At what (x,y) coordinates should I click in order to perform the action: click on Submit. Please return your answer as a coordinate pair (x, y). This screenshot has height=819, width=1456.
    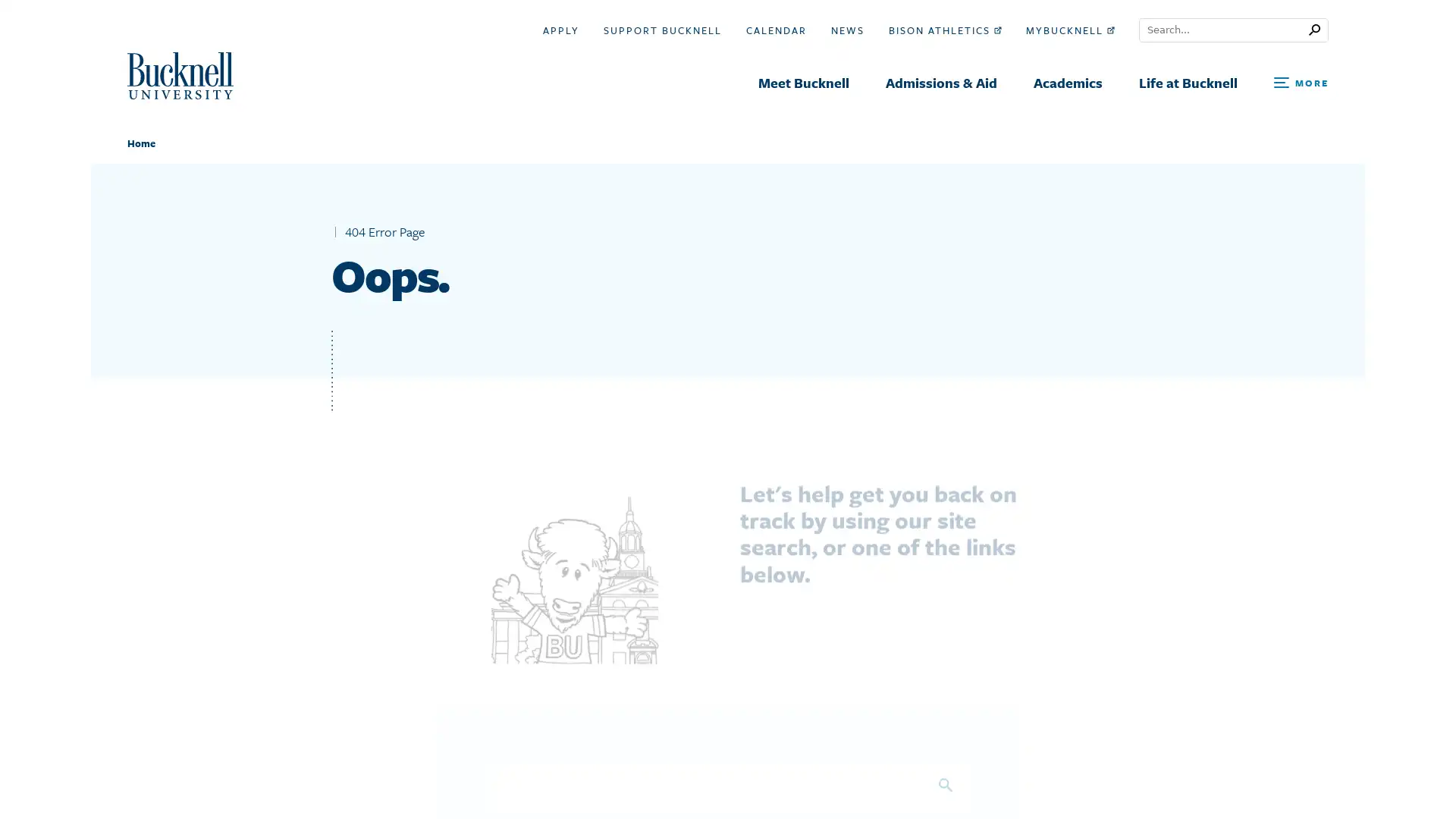
    Looking at the image, I should click on (1317, 30).